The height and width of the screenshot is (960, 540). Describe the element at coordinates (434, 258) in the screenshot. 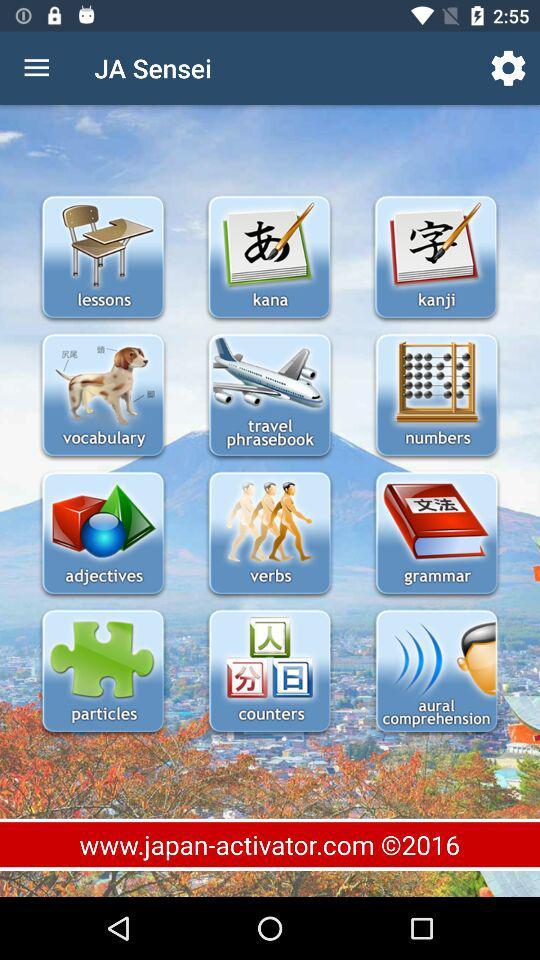

I see `kanji directory` at that location.